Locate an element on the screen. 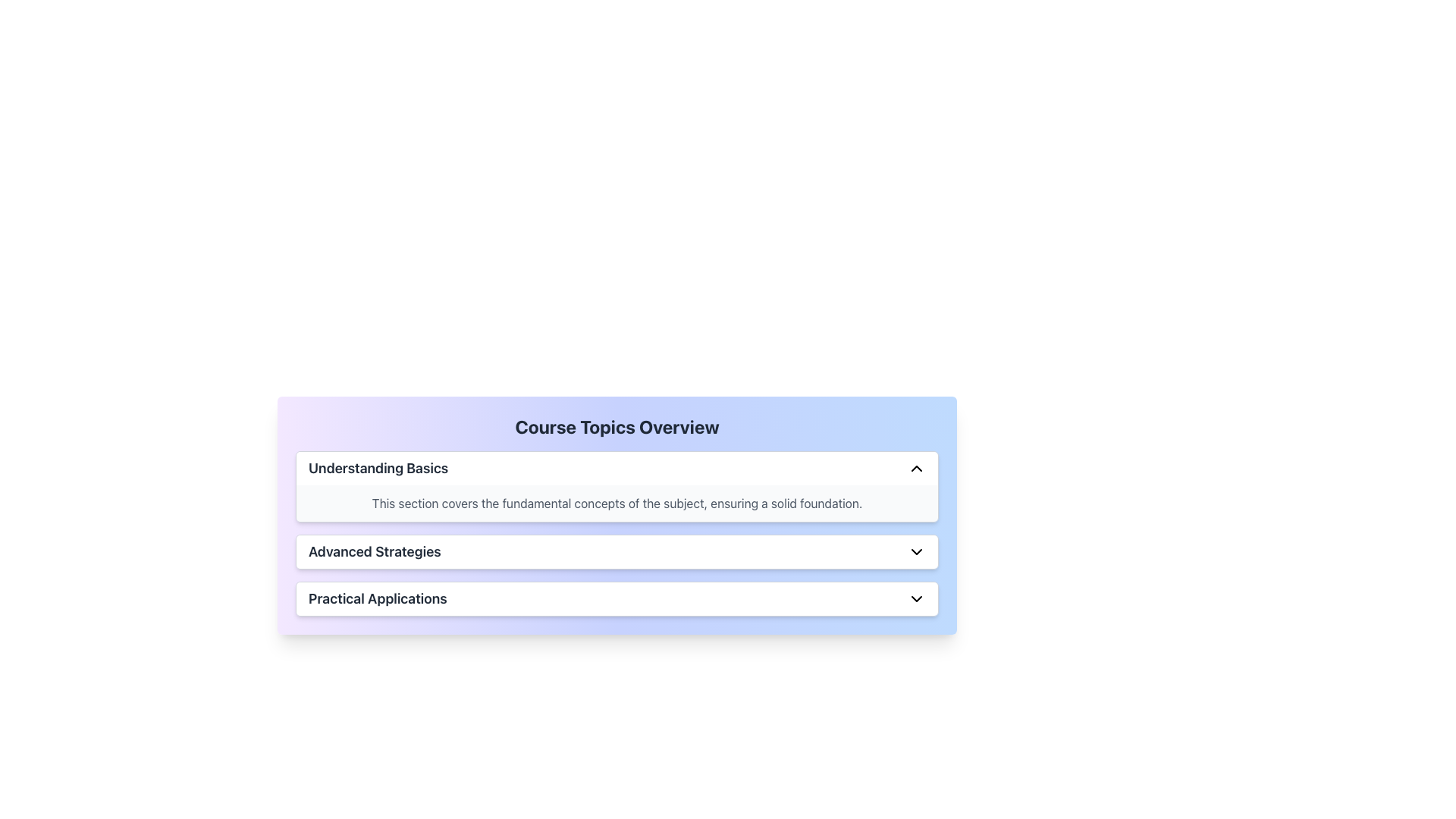 The image size is (1456, 819). the 'Advanced Strategies' text label is located at coordinates (375, 552).